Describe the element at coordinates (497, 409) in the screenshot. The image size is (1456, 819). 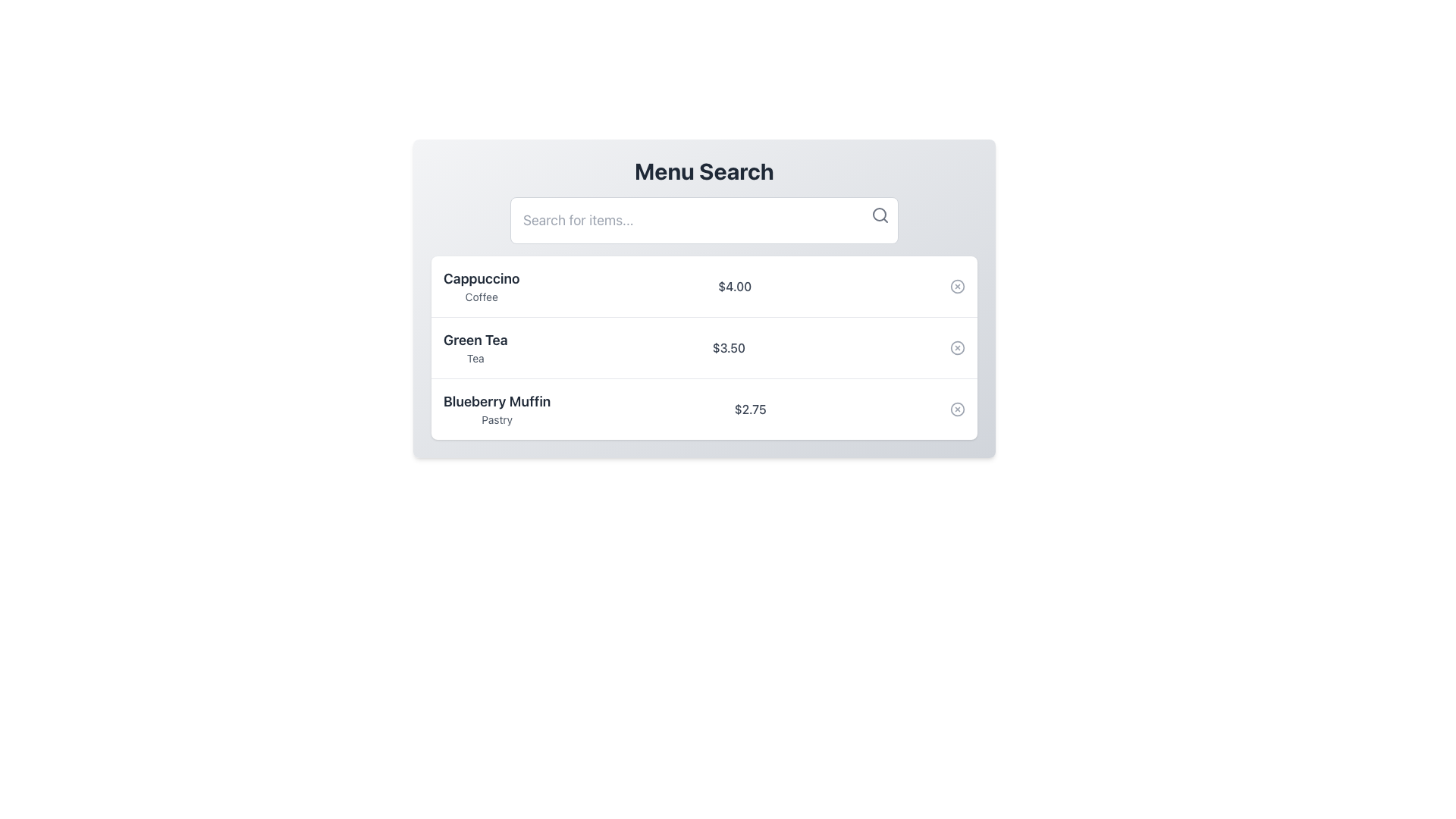
I see `the Text label displaying a menu item name and its category located in the third row of the menu list under the 'Menu Search' header, to the left of the price tag '$2.75'` at that location.